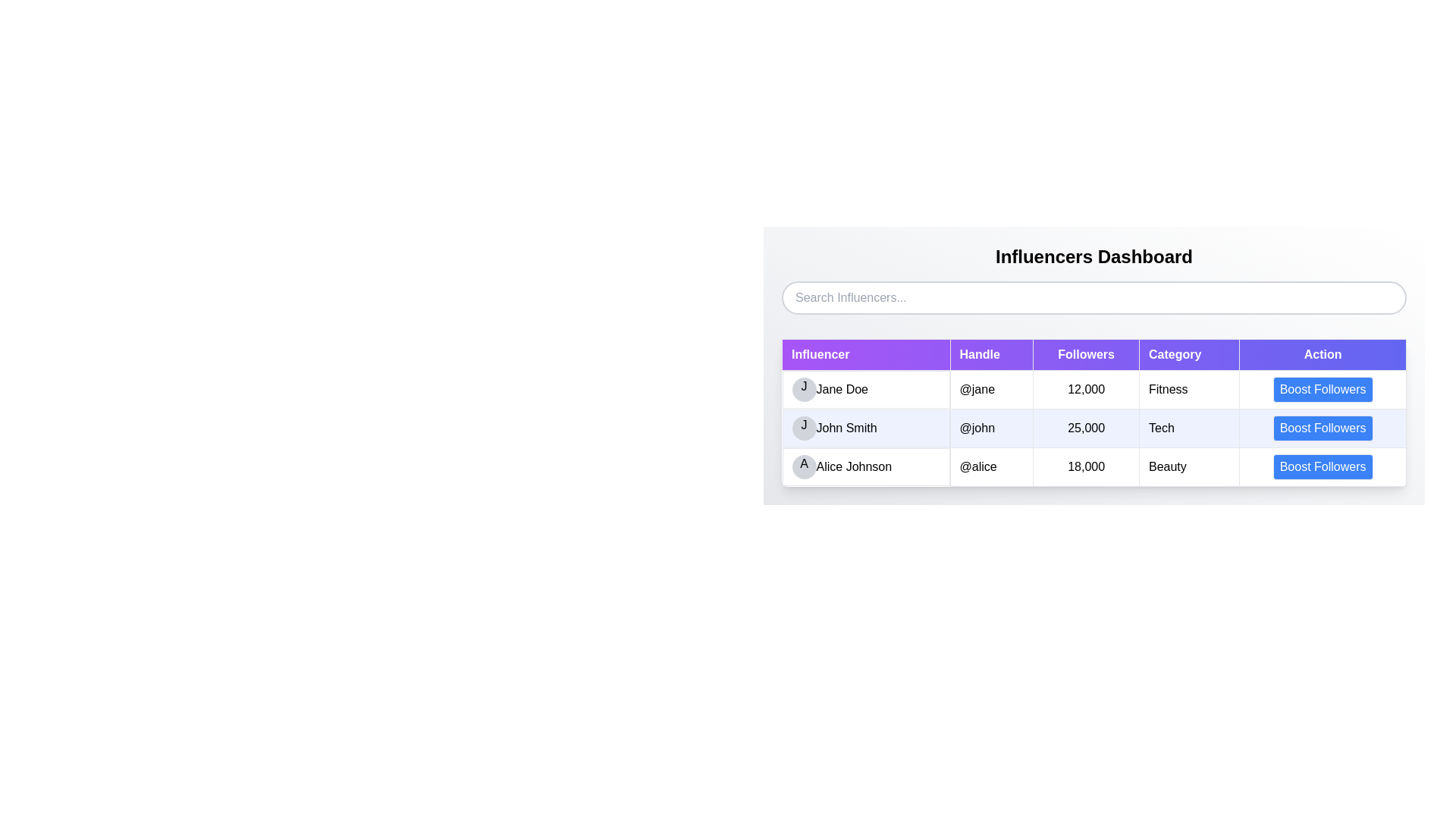  What do you see at coordinates (1322, 354) in the screenshot?
I see `the fifth column header of the table labeled 'Boost Followers', which is positioned to the far right and aligns with the other headers including 'Influencer', 'Handle', 'Followers', and 'Category'` at bounding box center [1322, 354].